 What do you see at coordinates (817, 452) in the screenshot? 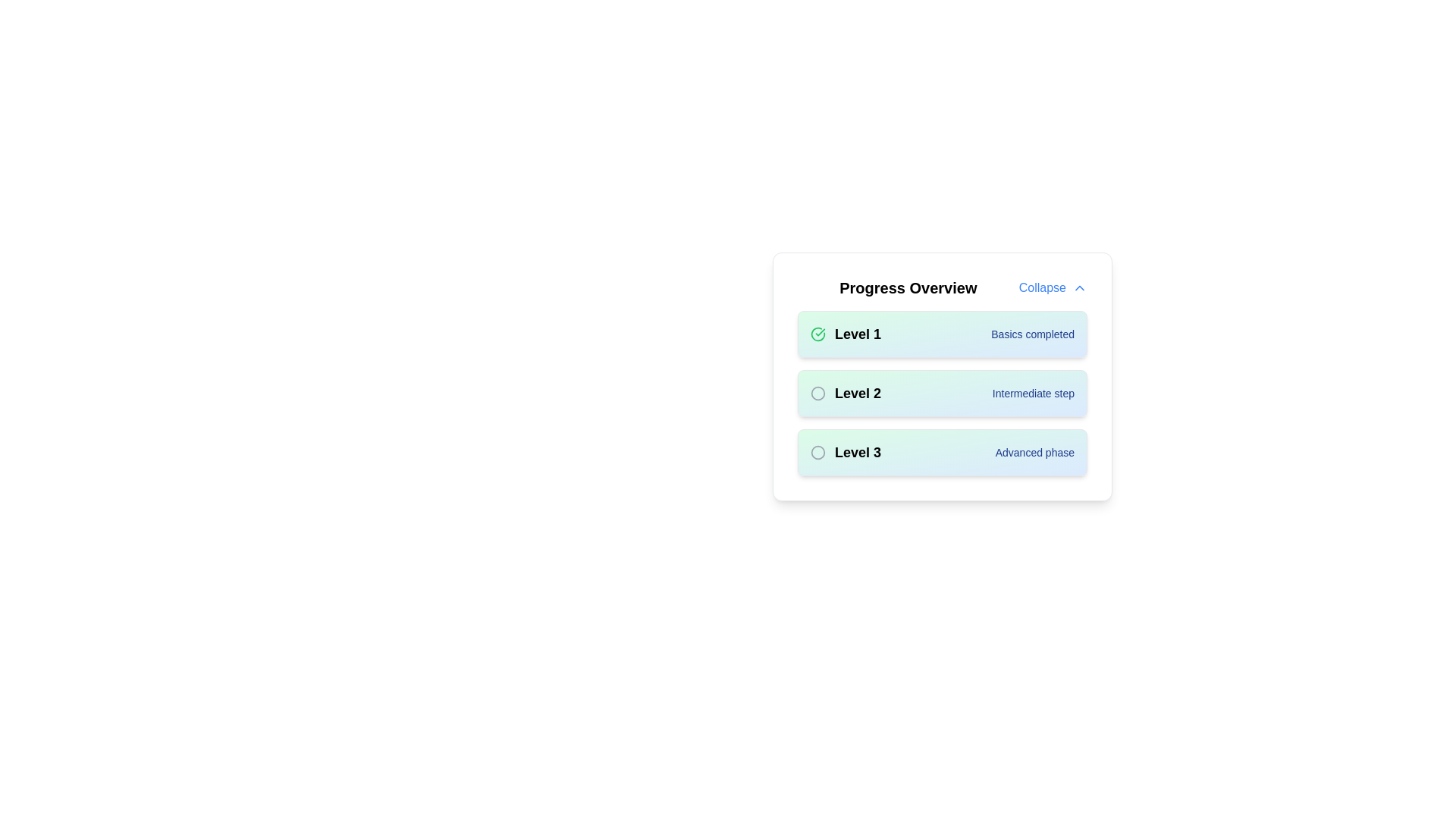
I see `the circular icon outline with a gray stroke located next to the text 'Level 3' in the vertical list` at bounding box center [817, 452].